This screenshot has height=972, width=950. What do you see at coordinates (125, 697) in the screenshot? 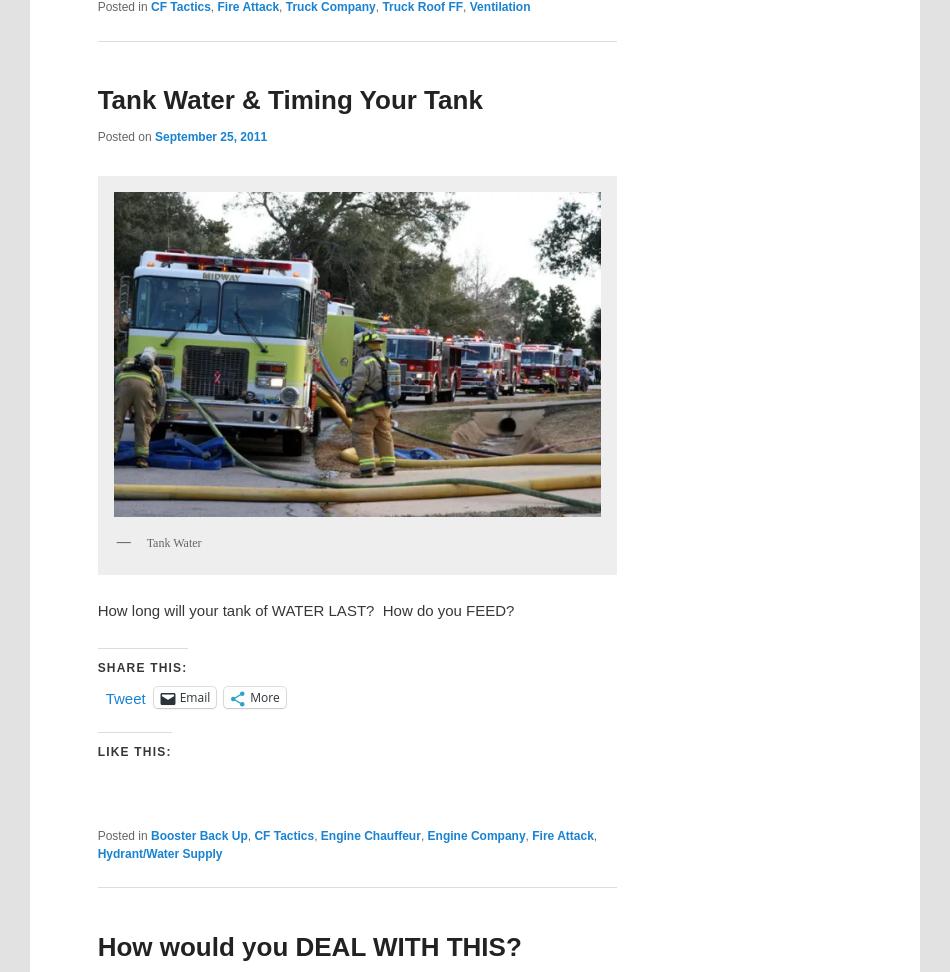
I see `'Tweet'` at bounding box center [125, 697].